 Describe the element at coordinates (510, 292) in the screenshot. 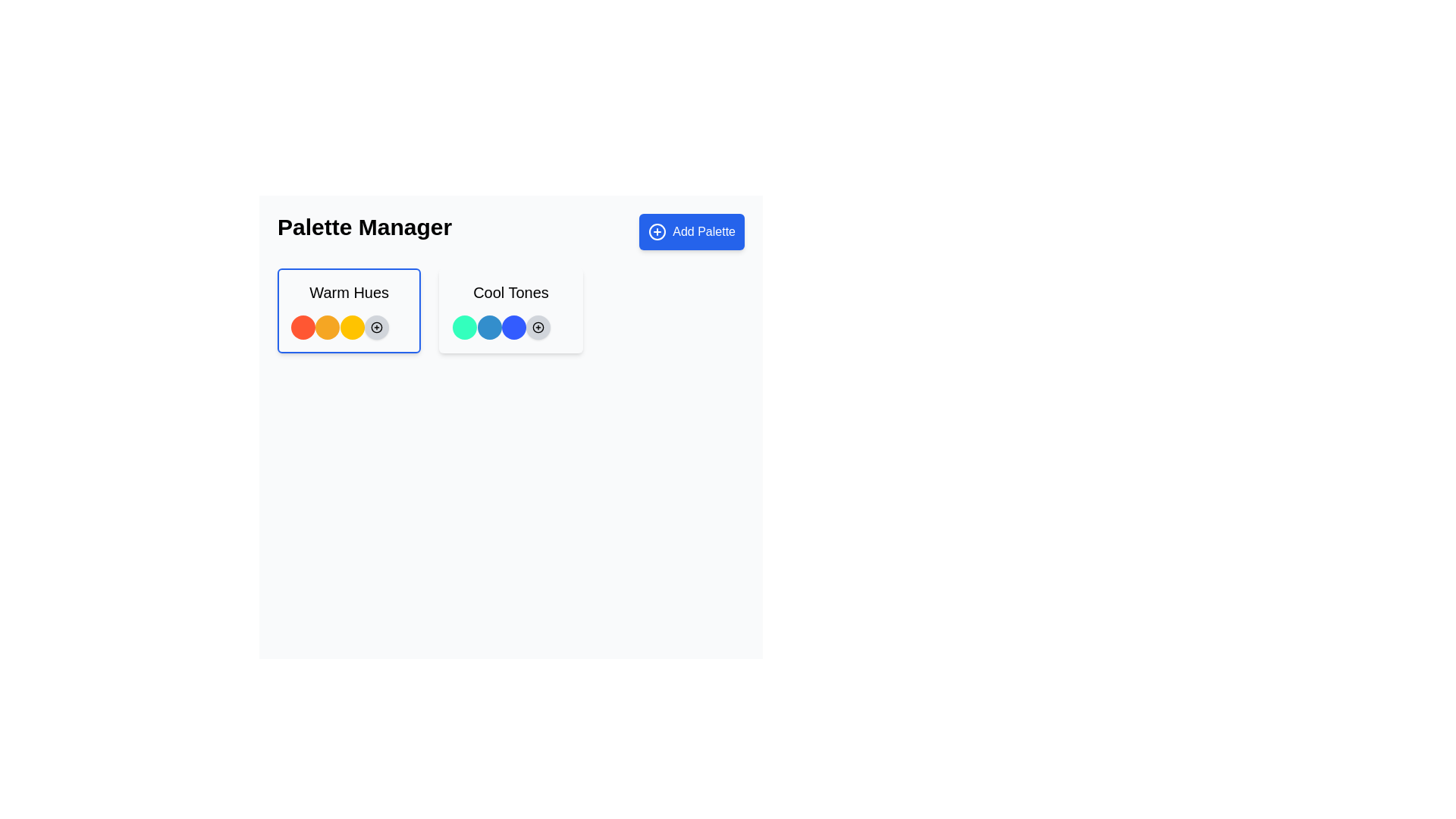

I see `the text element that serves` at that location.